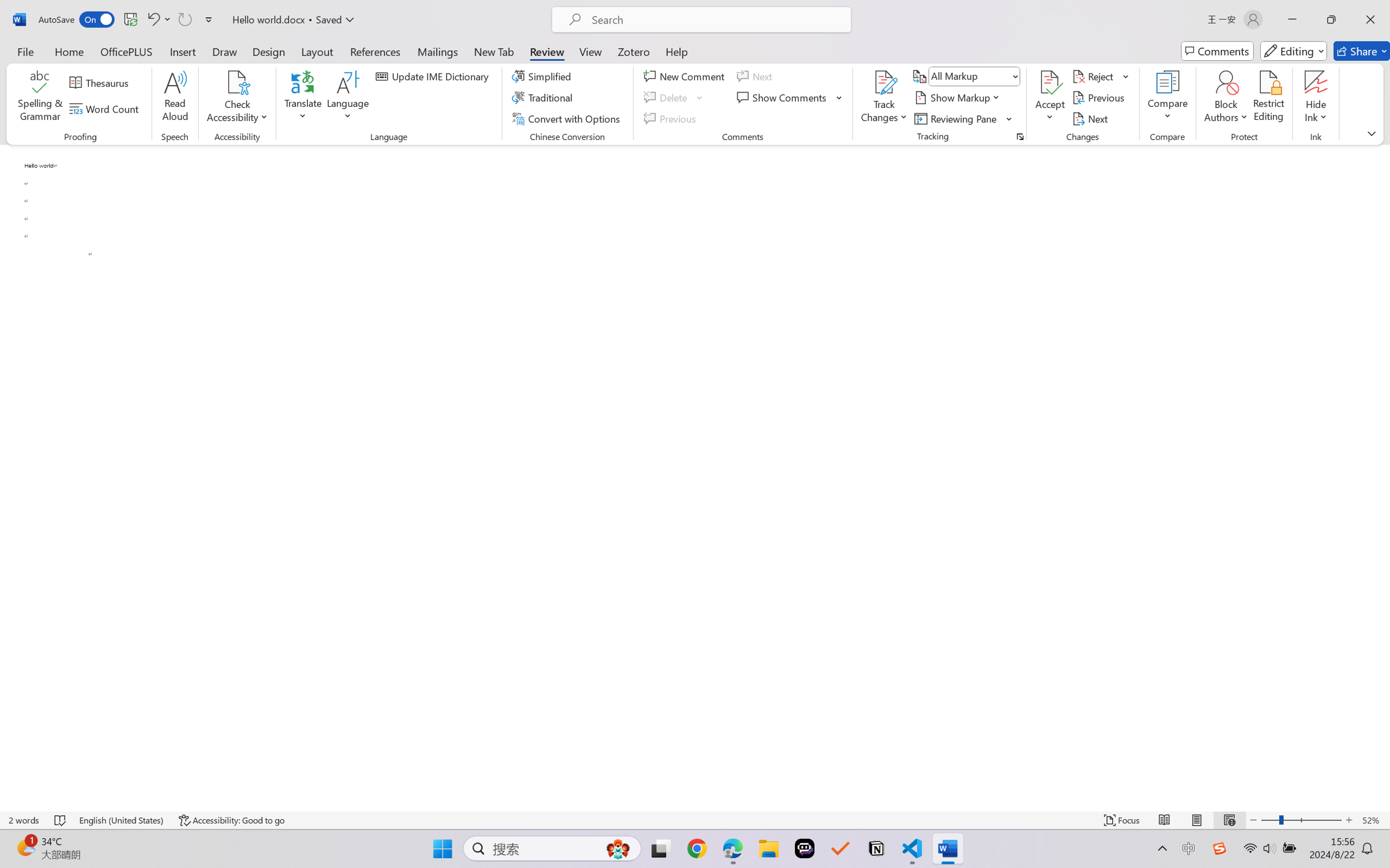 The image size is (1390, 868). I want to click on 'Reject and Move to Next', so click(1095, 75).